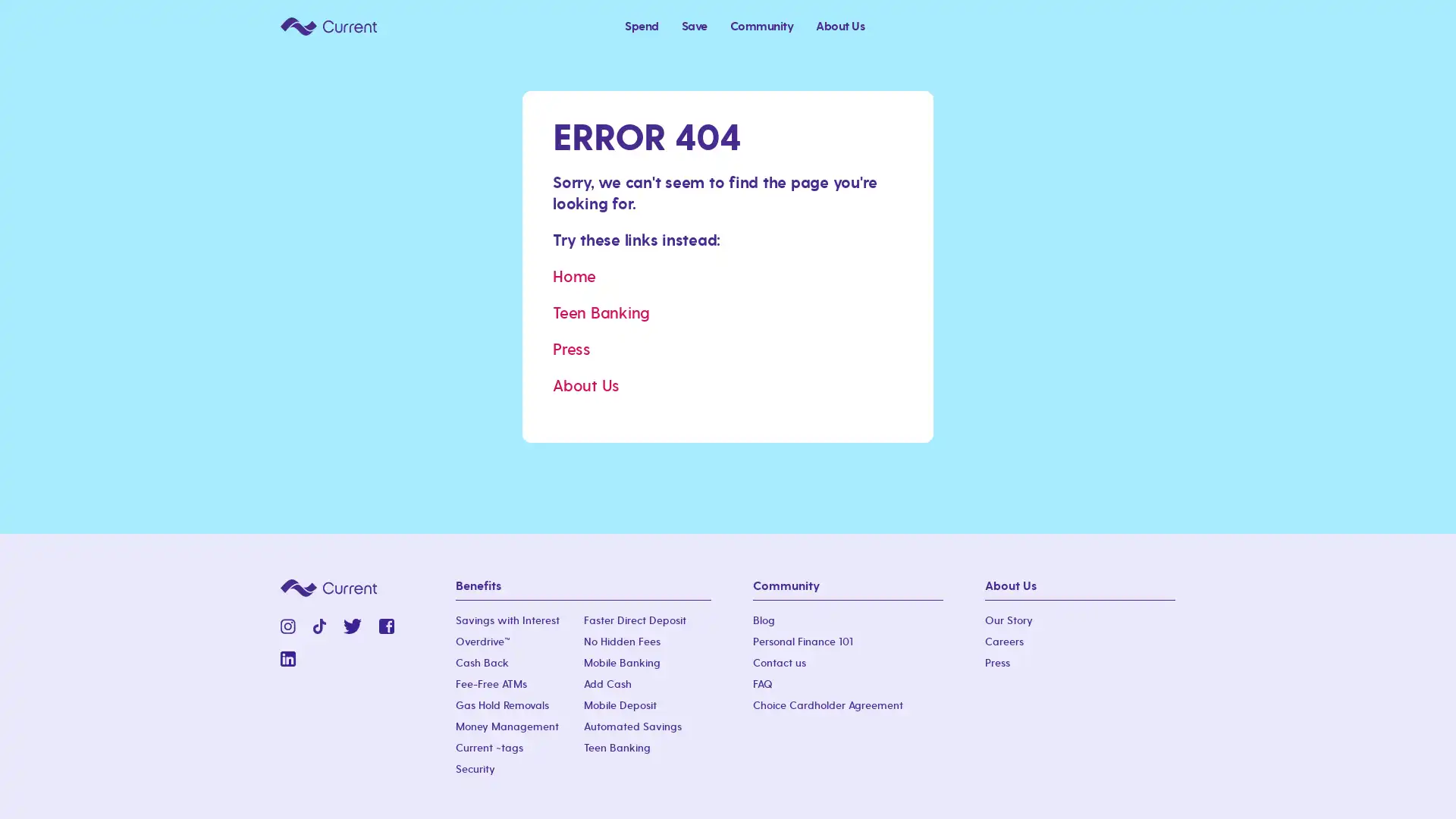 The image size is (1456, 819). What do you see at coordinates (491, 684) in the screenshot?
I see `Fee-Free ATMs` at bounding box center [491, 684].